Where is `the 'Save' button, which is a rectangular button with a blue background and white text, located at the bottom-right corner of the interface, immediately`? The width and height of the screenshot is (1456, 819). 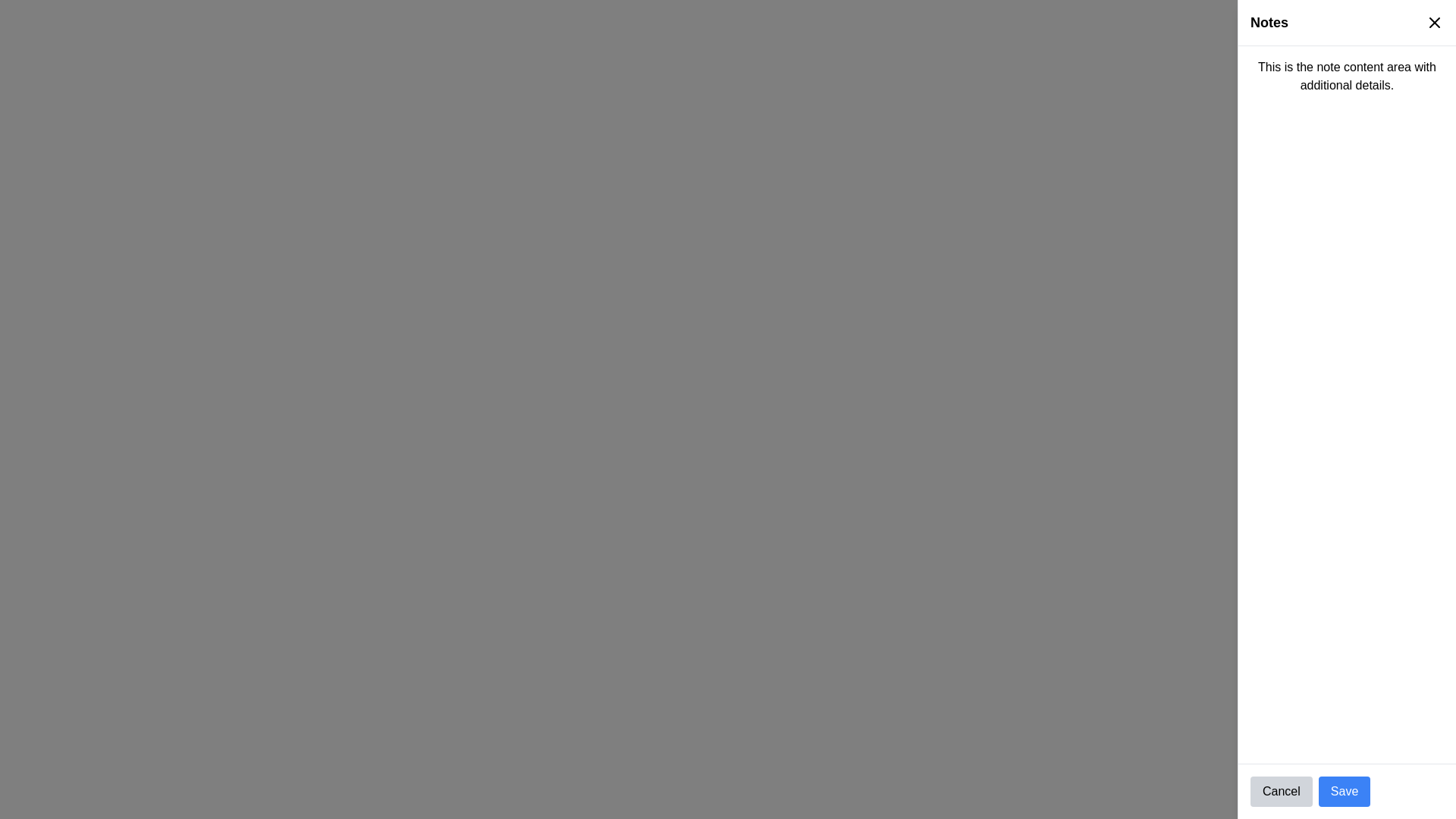
the 'Save' button, which is a rectangular button with a blue background and white text, located at the bottom-right corner of the interface, immediately is located at coordinates (1345, 791).